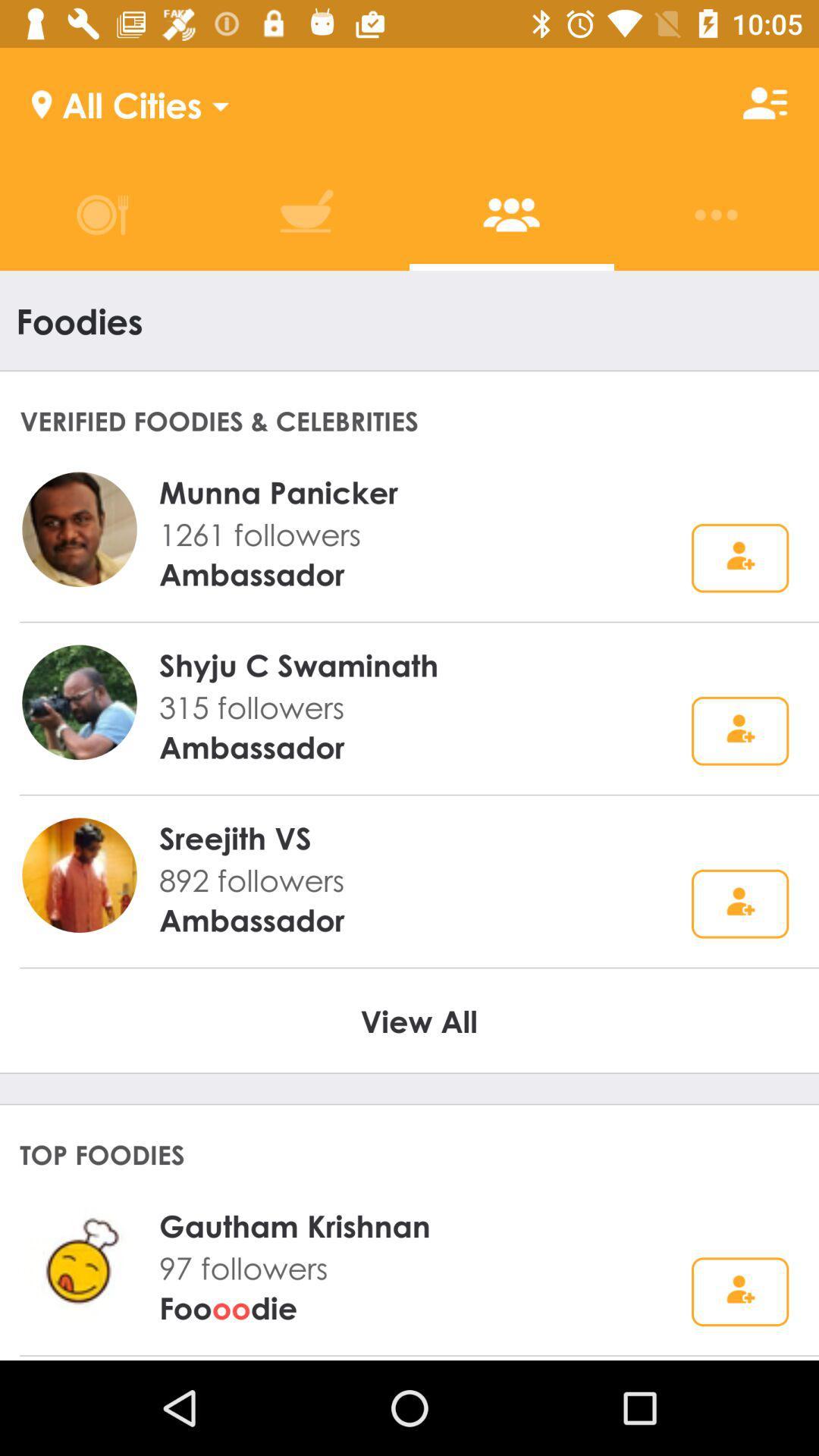  I want to click on the image left of contacts, so click(306, 214).